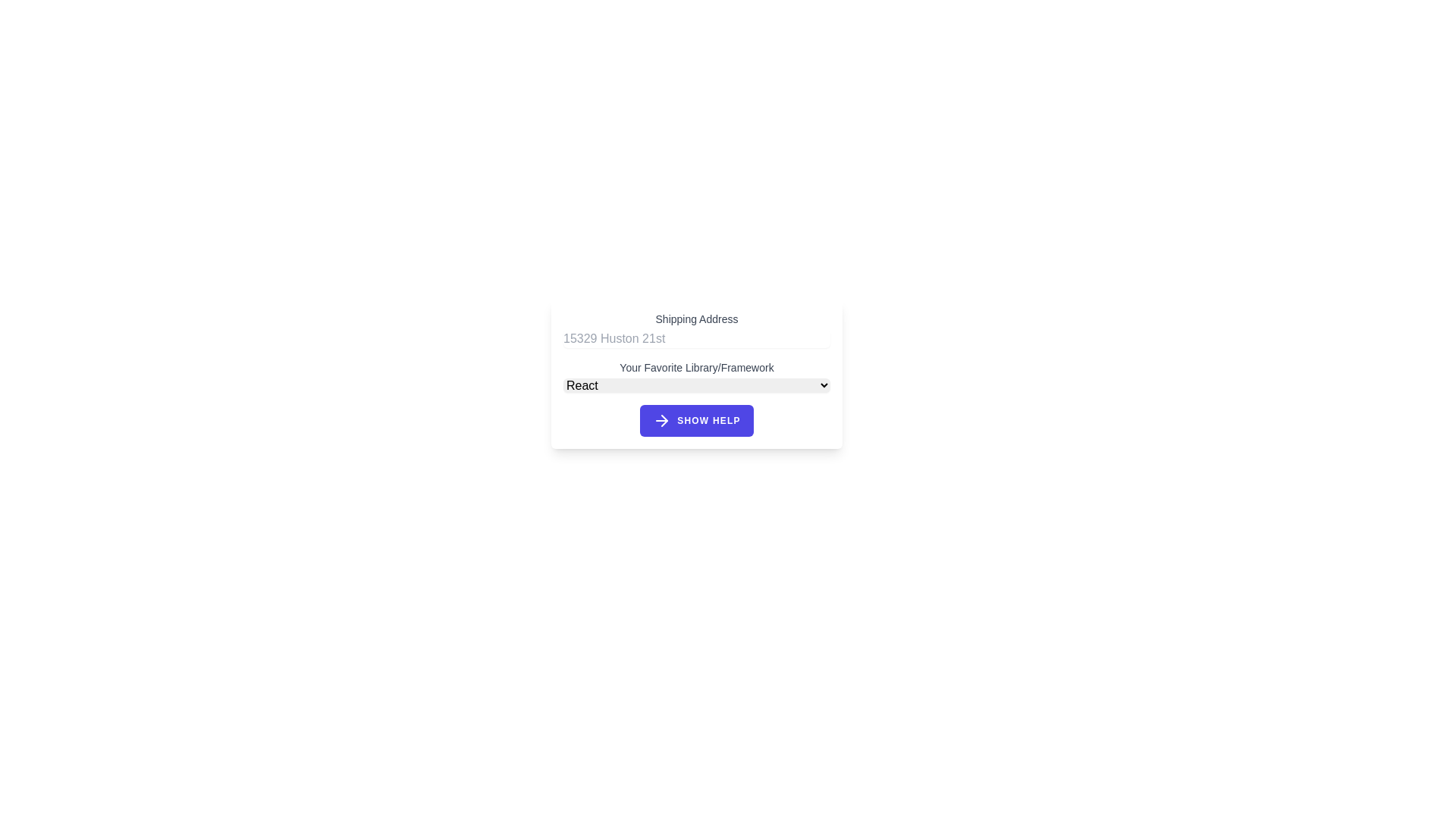 Image resolution: width=1456 pixels, height=819 pixels. I want to click on the minimalist right arrow icon, which is part of a navigation bar and is located centrally in the right portion of the UI, so click(664, 421).